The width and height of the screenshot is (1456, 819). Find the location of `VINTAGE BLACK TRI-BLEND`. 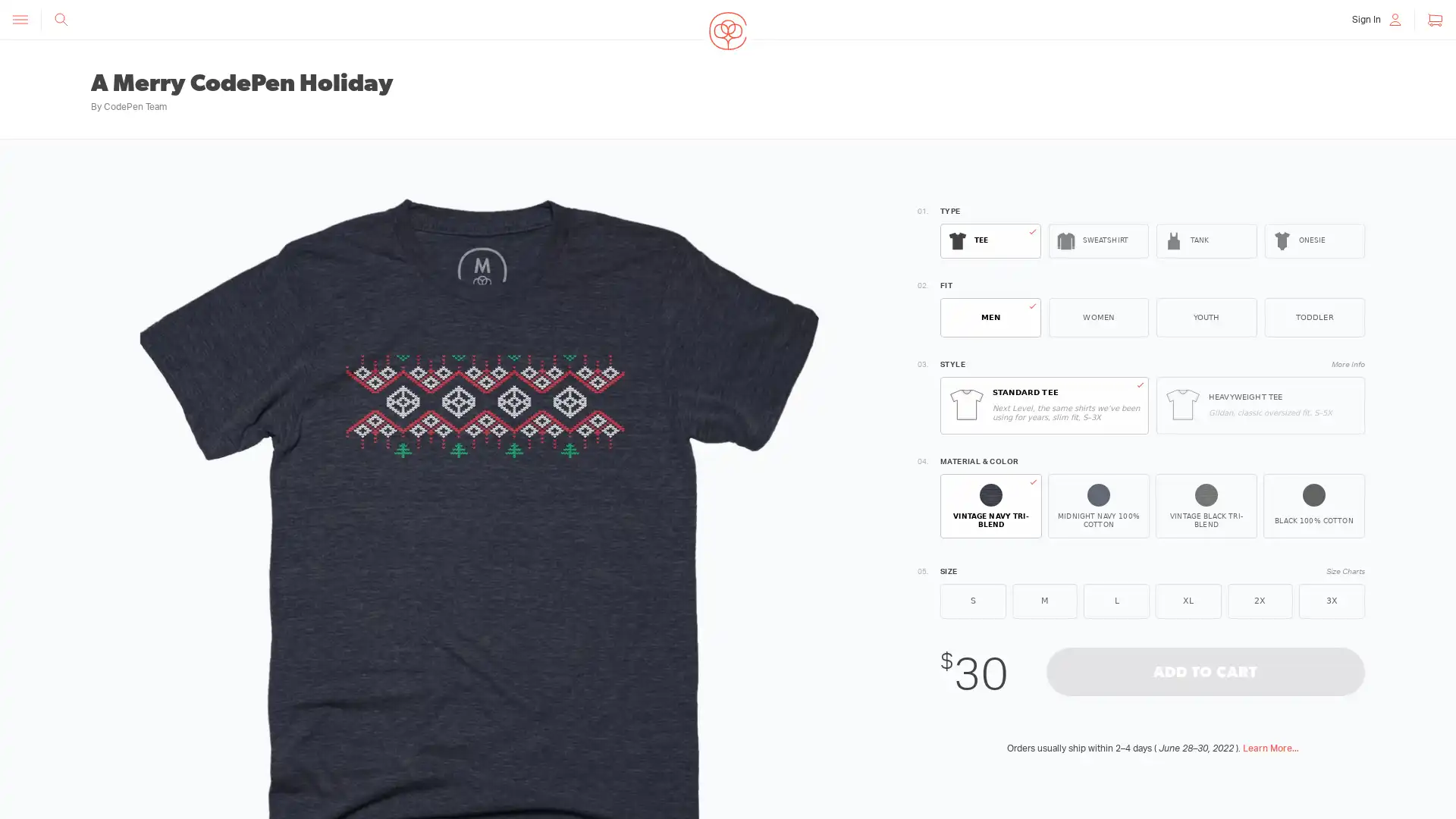

VINTAGE BLACK TRI-BLEND is located at coordinates (1205, 506).